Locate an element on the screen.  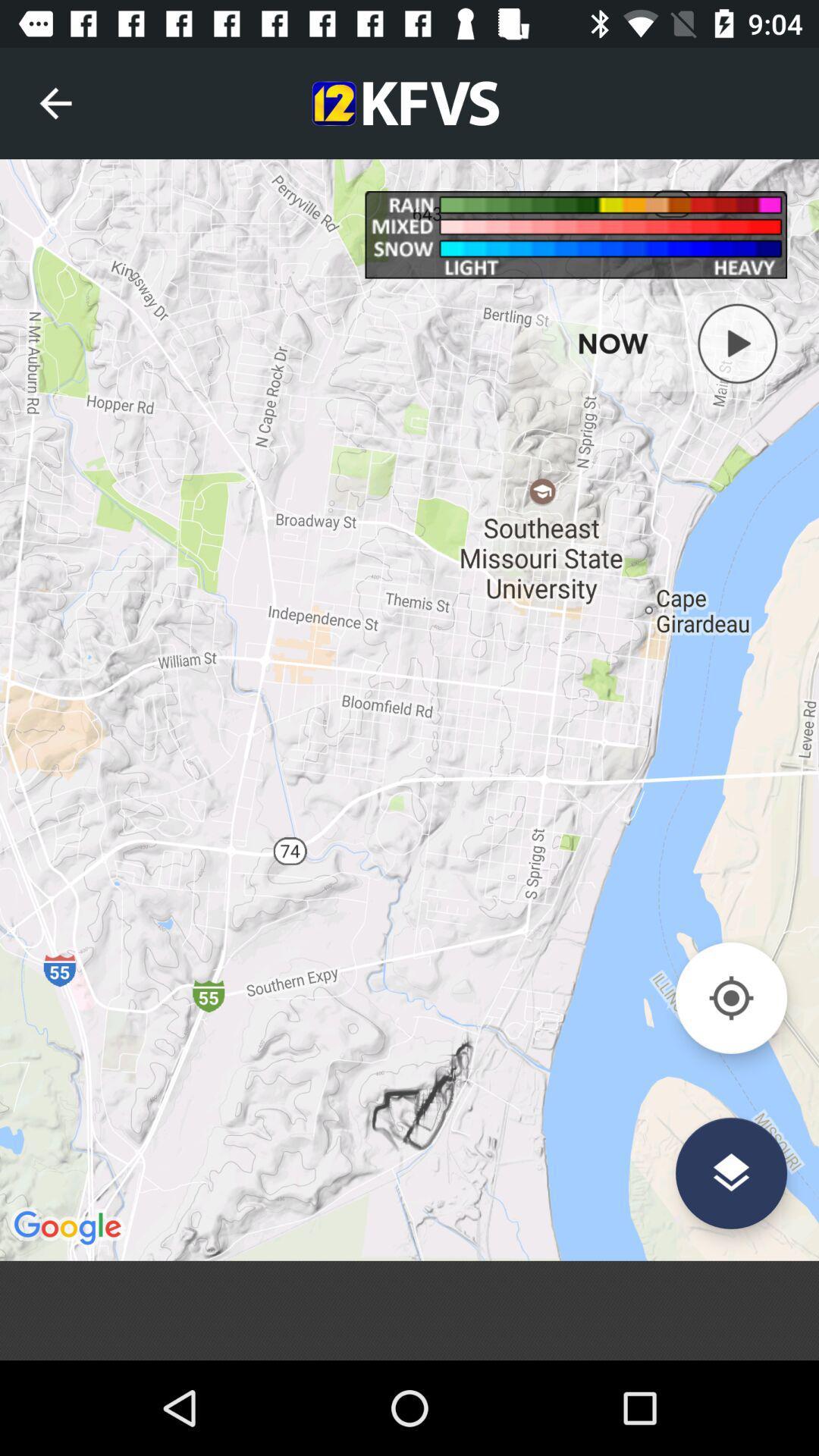
the layers icon is located at coordinates (730, 1172).